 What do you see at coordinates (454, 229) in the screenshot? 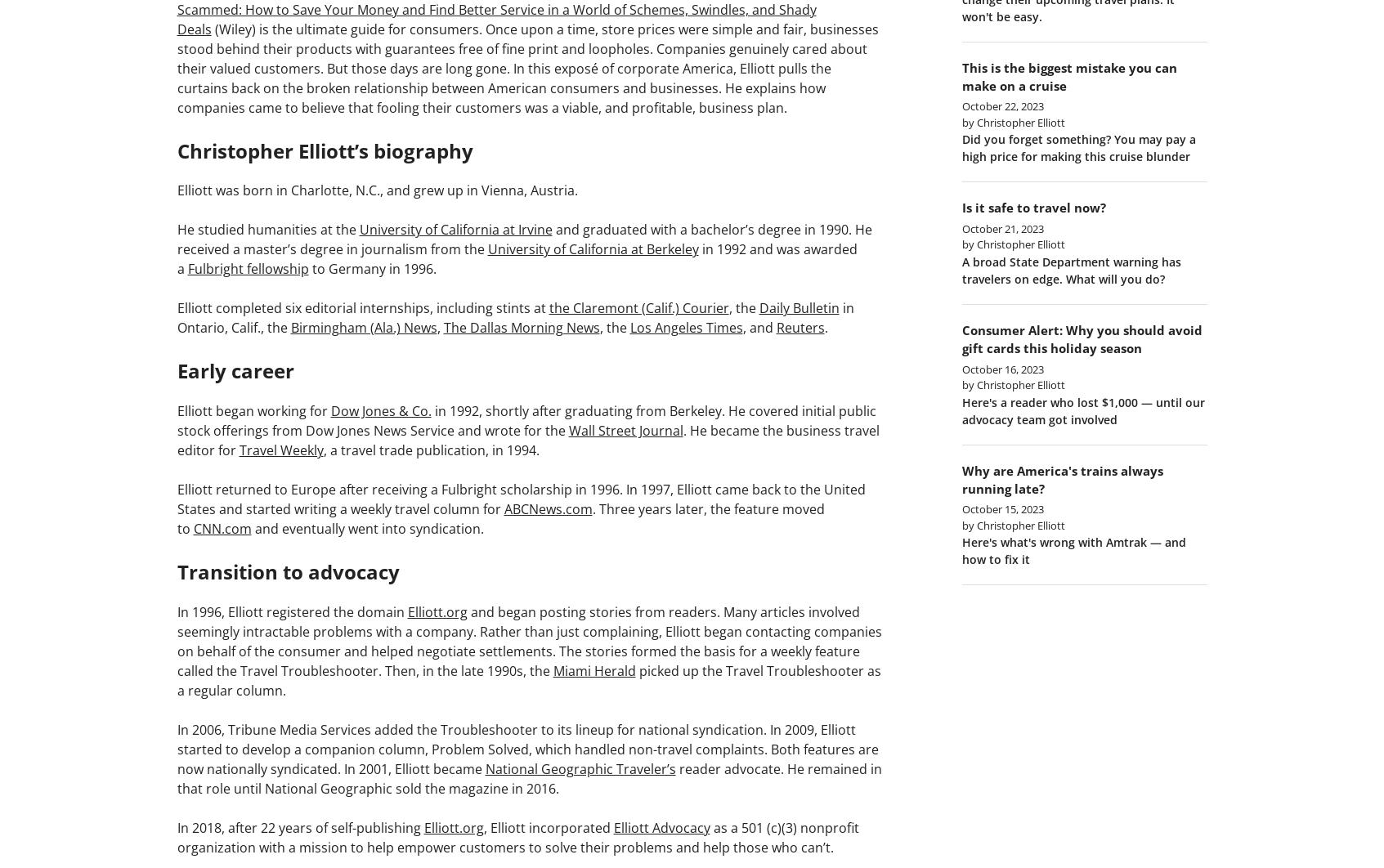
I see `'University of California at Irvine'` at bounding box center [454, 229].